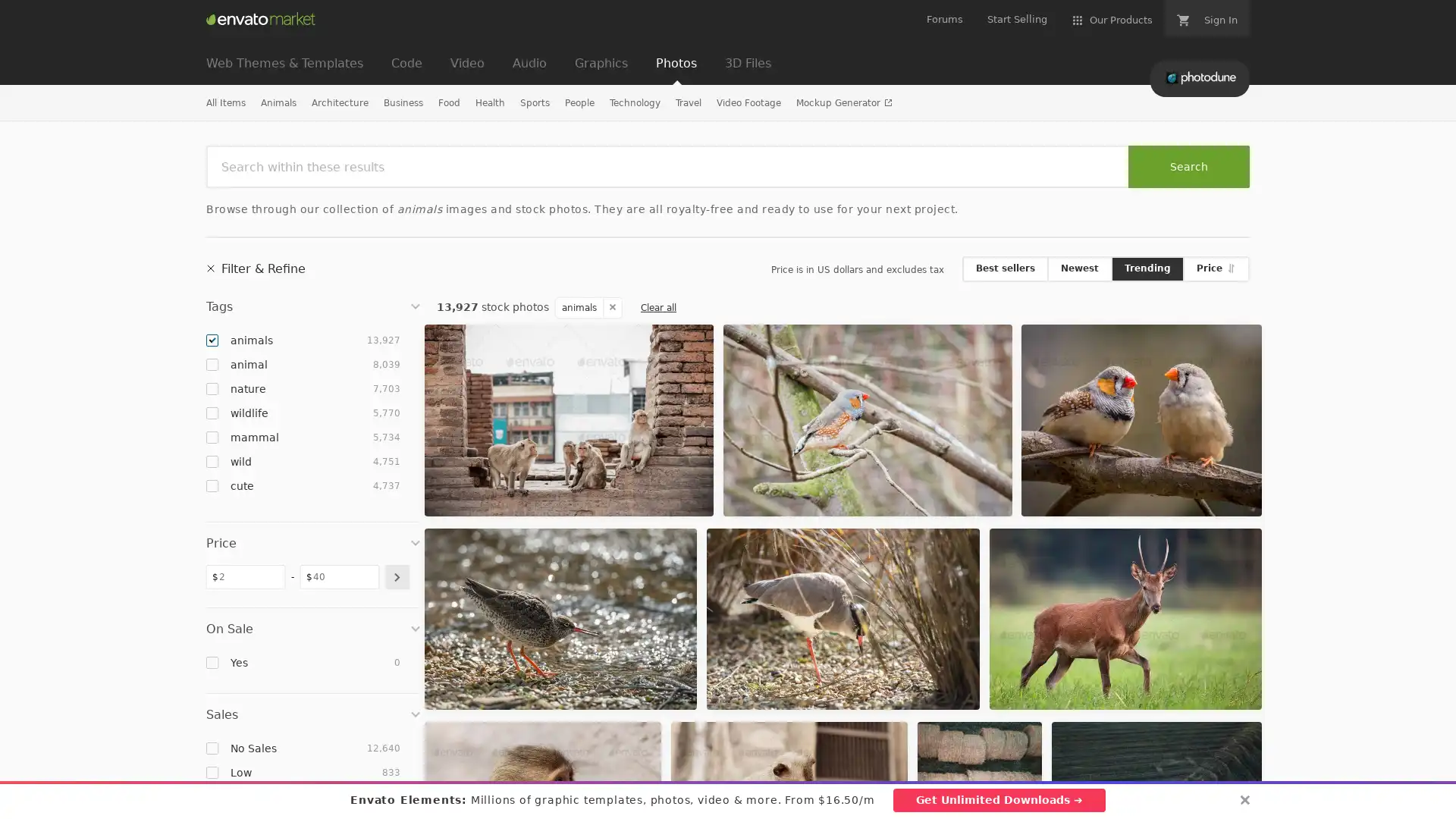  I want to click on Add to Favorites, so click(692, 343).